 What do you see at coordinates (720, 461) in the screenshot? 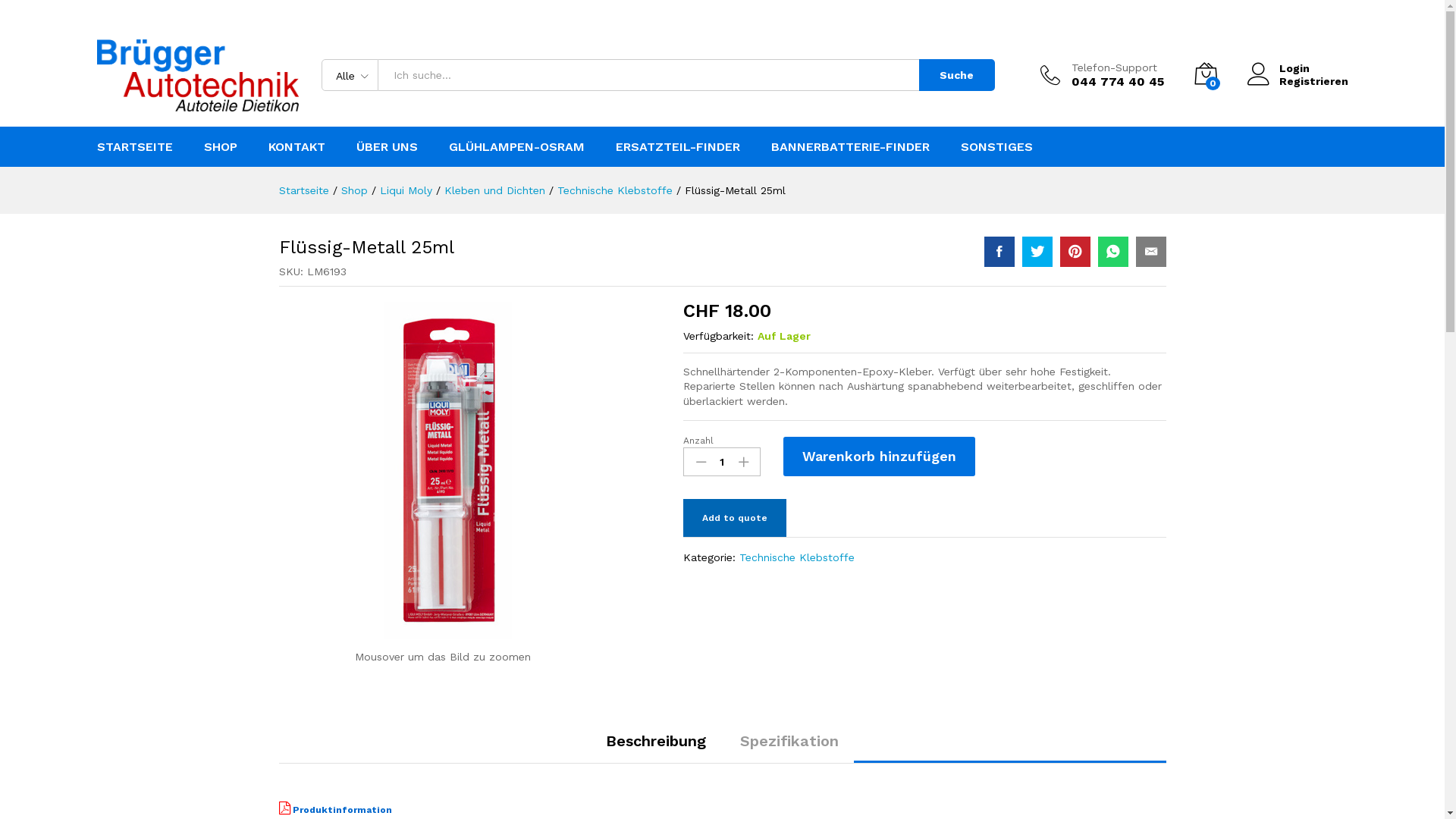
I see `'Qty'` at bounding box center [720, 461].